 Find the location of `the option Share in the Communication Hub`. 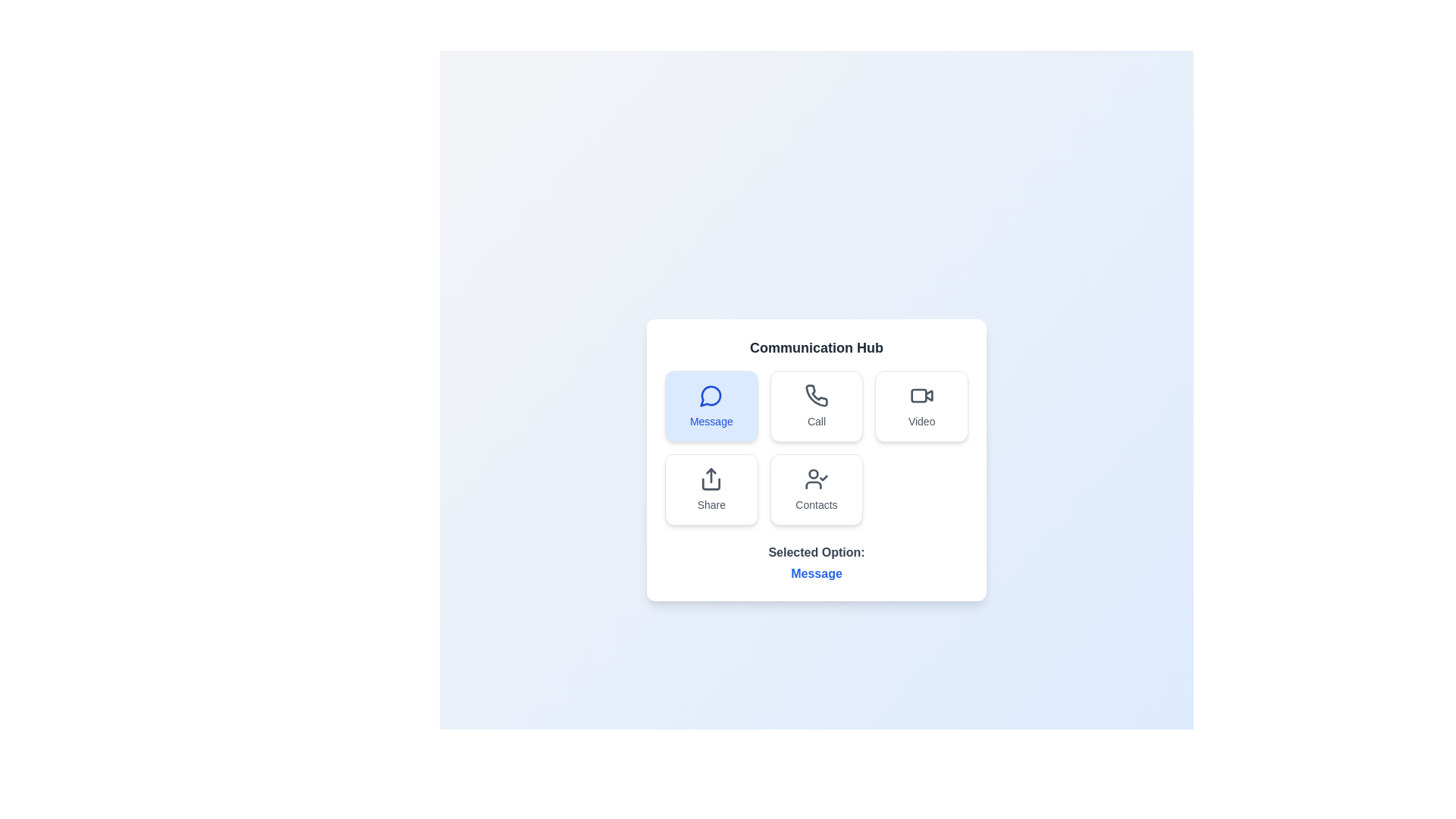

the option Share in the Communication Hub is located at coordinates (711, 489).